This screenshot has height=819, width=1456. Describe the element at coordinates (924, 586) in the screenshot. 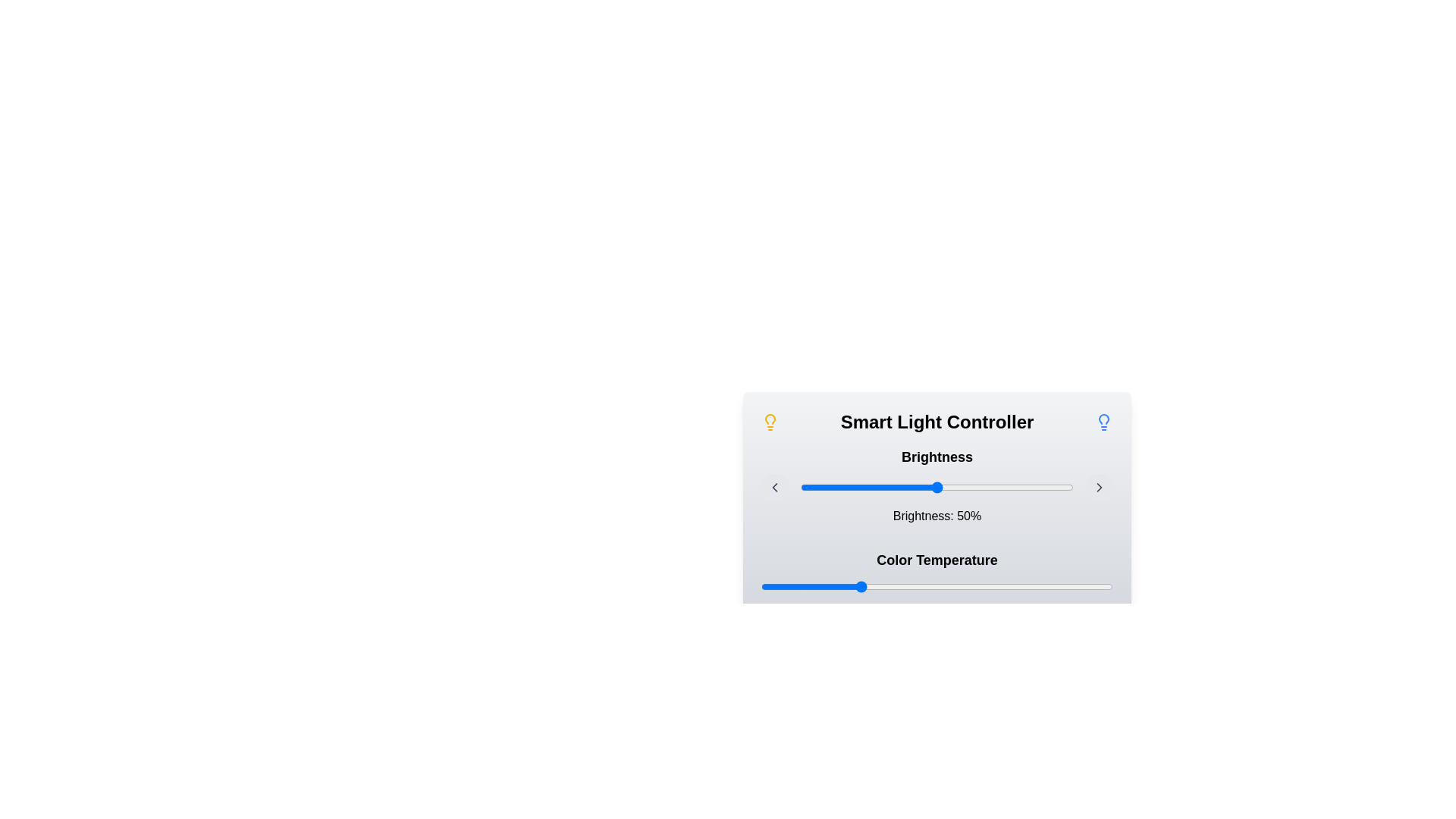

I see `color temperature` at that location.